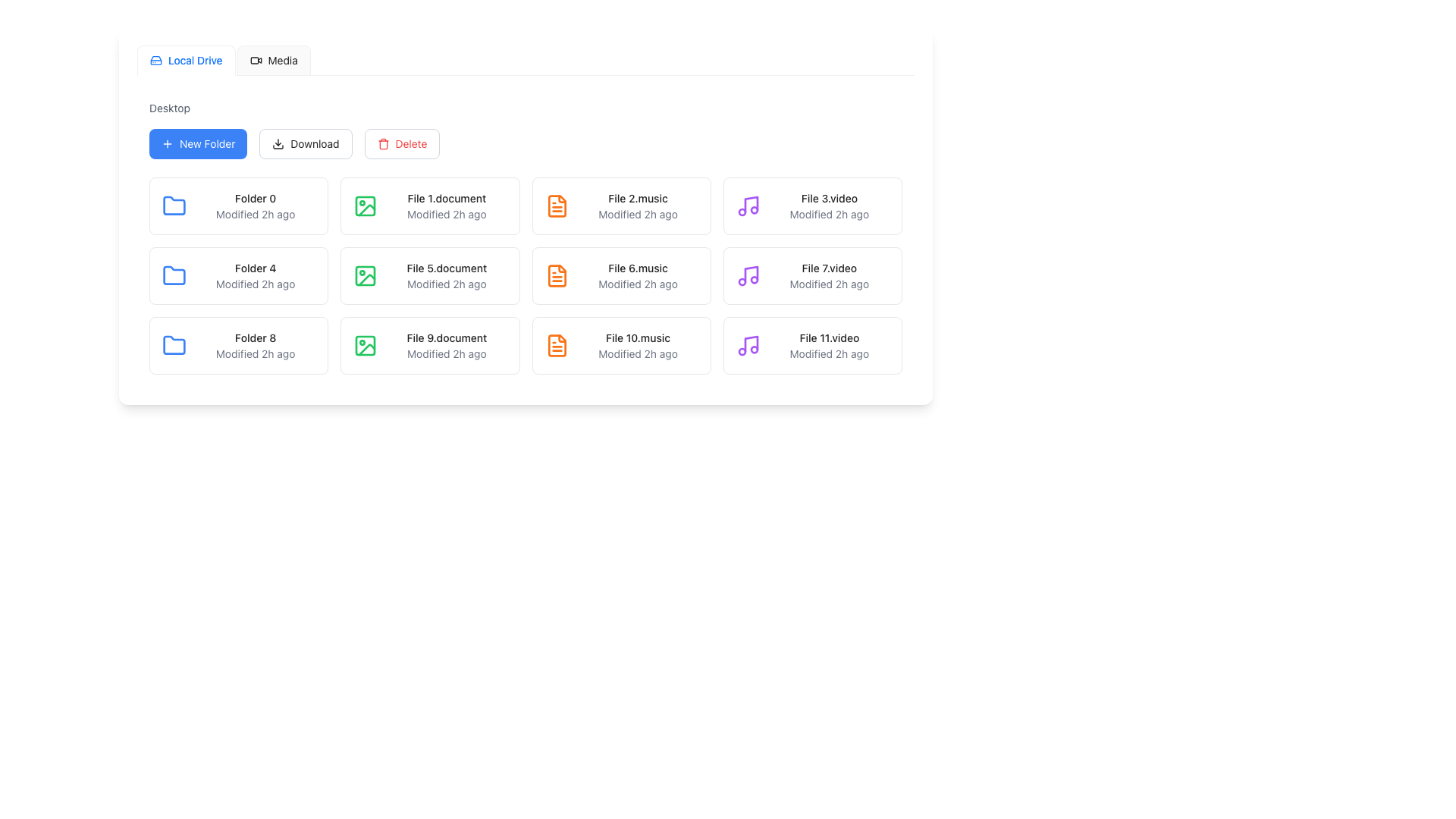 This screenshot has height=819, width=1456. What do you see at coordinates (167, 143) in the screenshot?
I see `the plus sign icon inside the blue rounded rectangle button labeled 'New Folder'` at bounding box center [167, 143].